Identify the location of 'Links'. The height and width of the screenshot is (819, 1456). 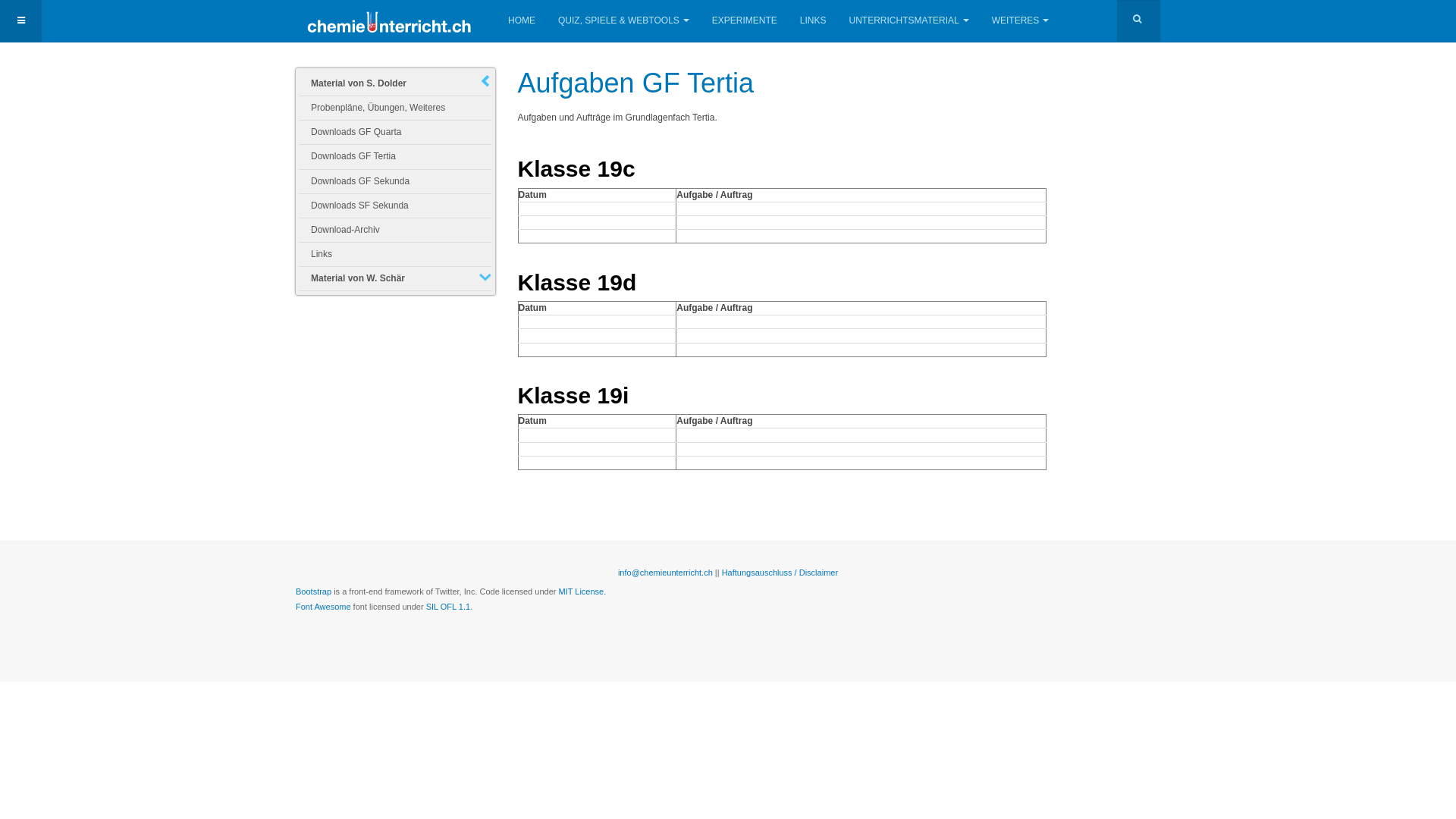
(395, 253).